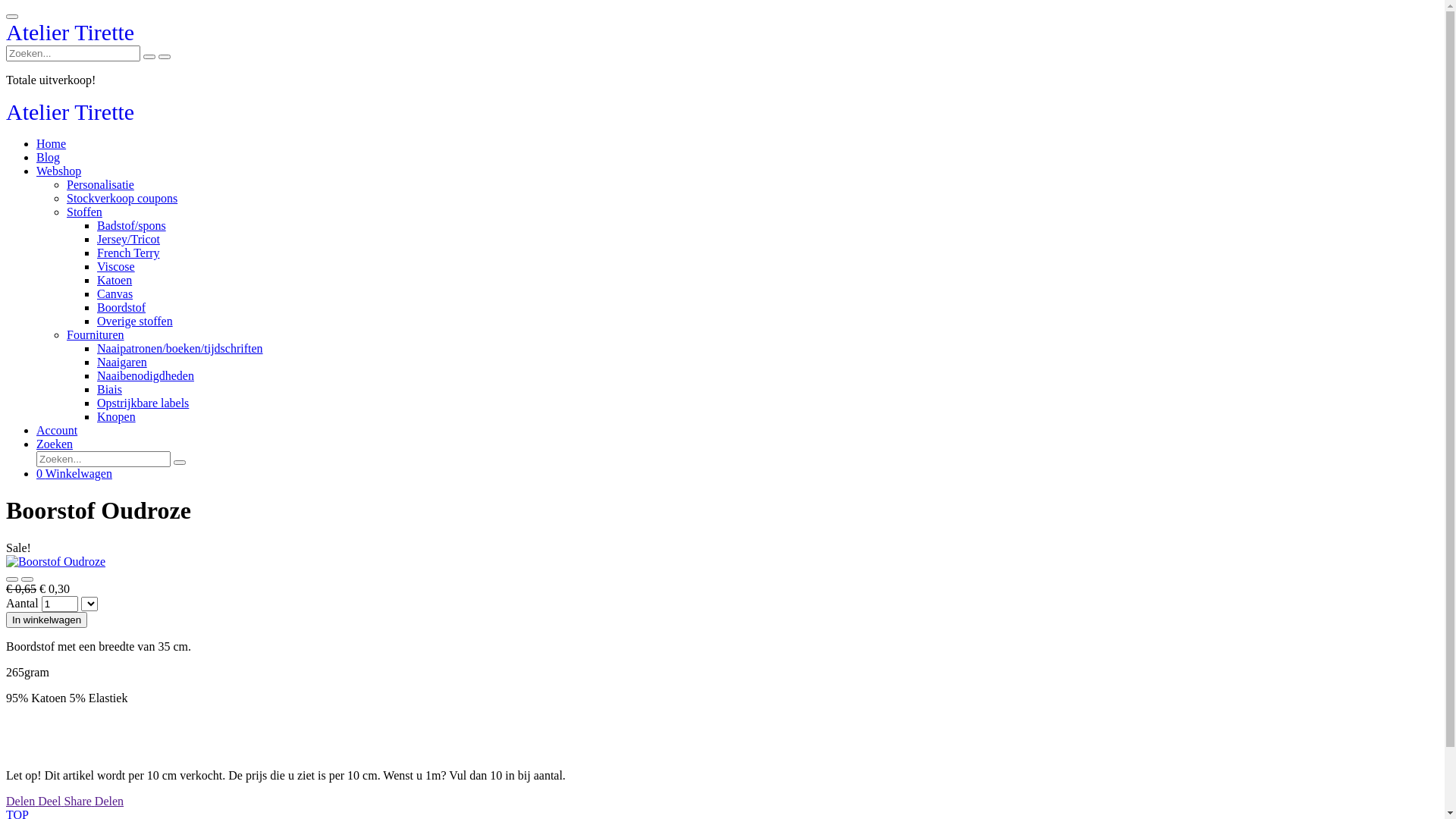 The width and height of the screenshot is (1456, 819). What do you see at coordinates (57, 430) in the screenshot?
I see `'Account'` at bounding box center [57, 430].